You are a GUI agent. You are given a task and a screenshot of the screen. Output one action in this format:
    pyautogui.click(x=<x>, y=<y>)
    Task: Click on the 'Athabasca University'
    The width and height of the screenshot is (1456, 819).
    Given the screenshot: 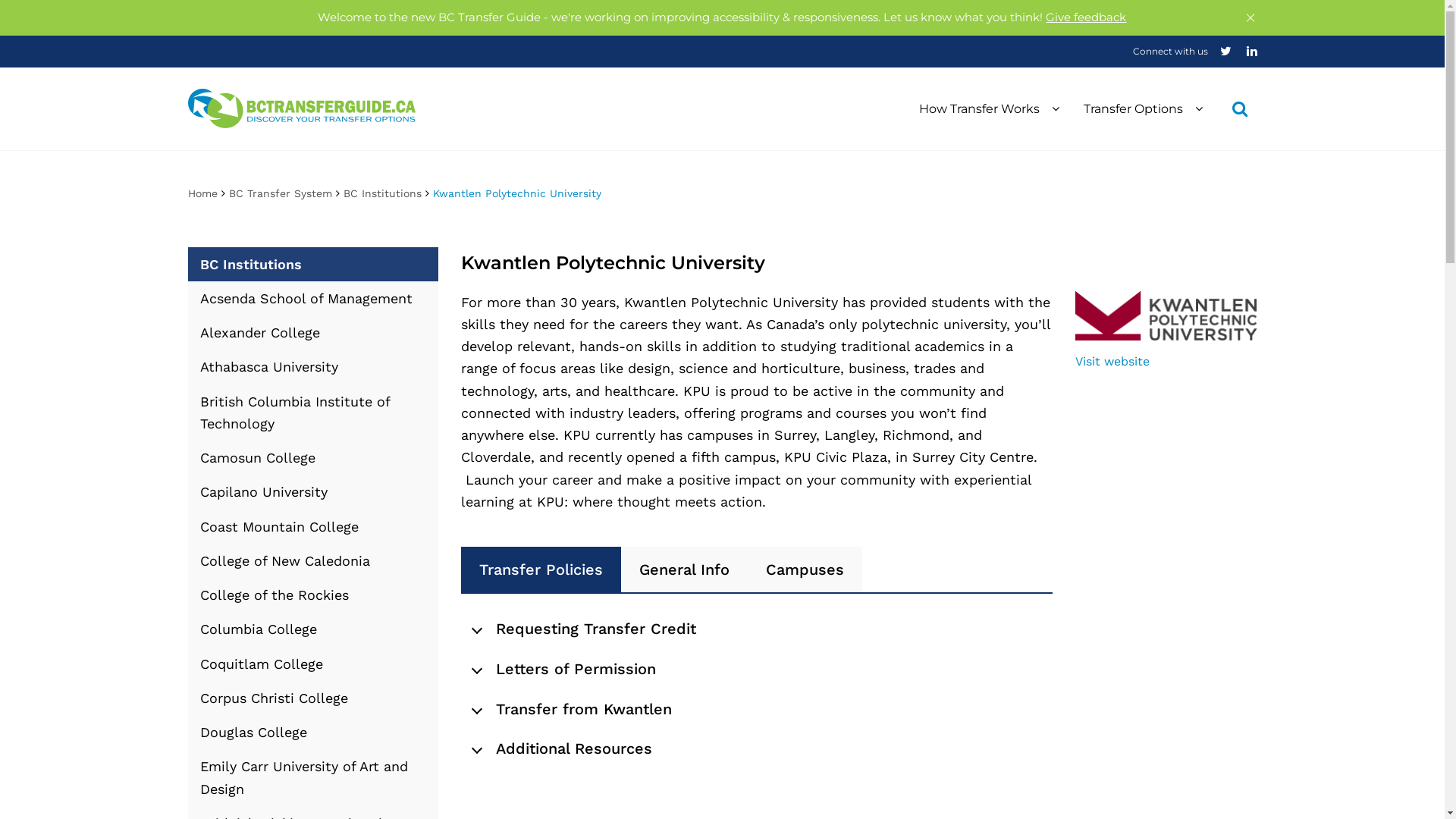 What is the action you would take?
    pyautogui.click(x=312, y=366)
    